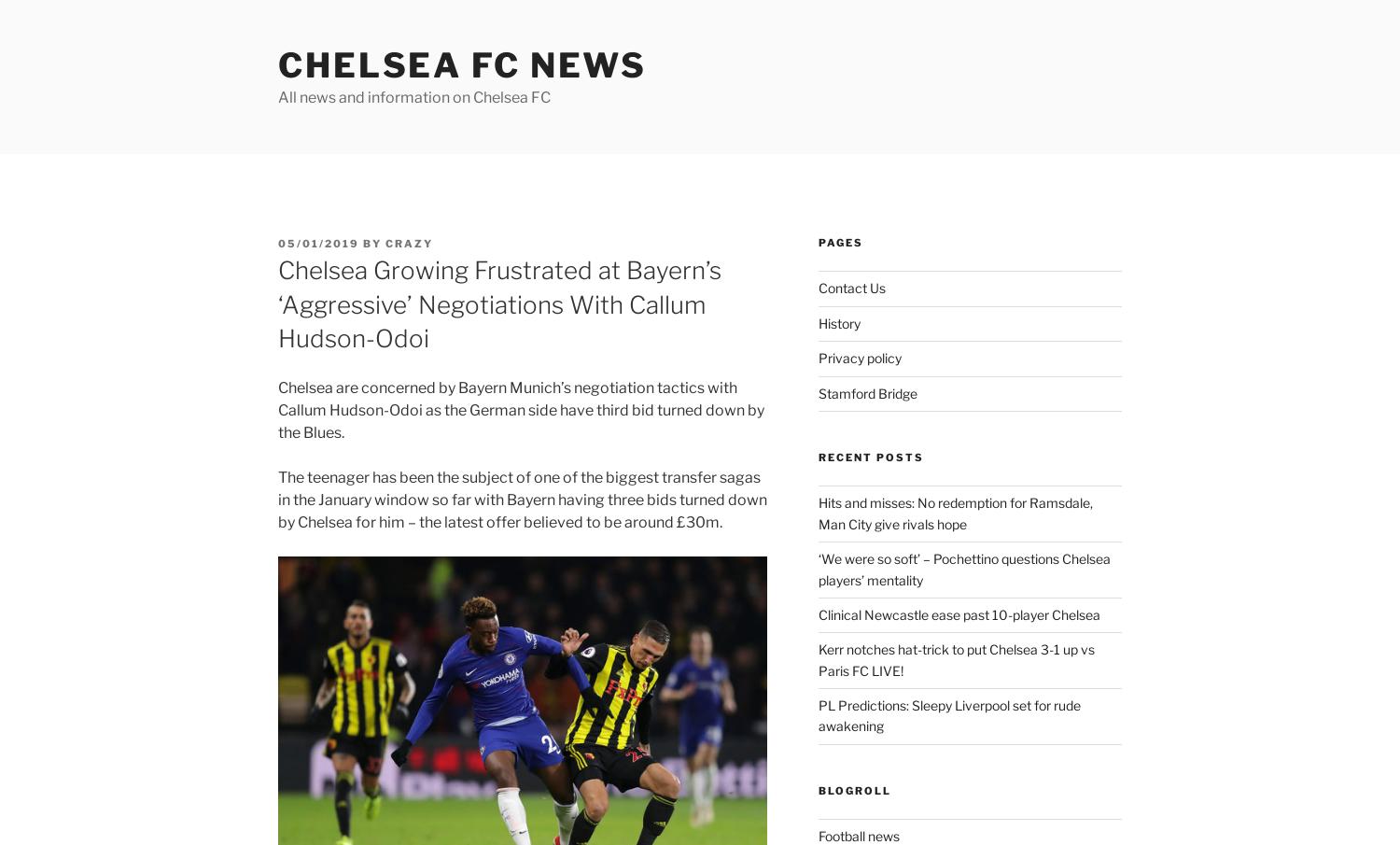 The height and width of the screenshot is (845, 1400). What do you see at coordinates (851, 287) in the screenshot?
I see `'Contact Us'` at bounding box center [851, 287].